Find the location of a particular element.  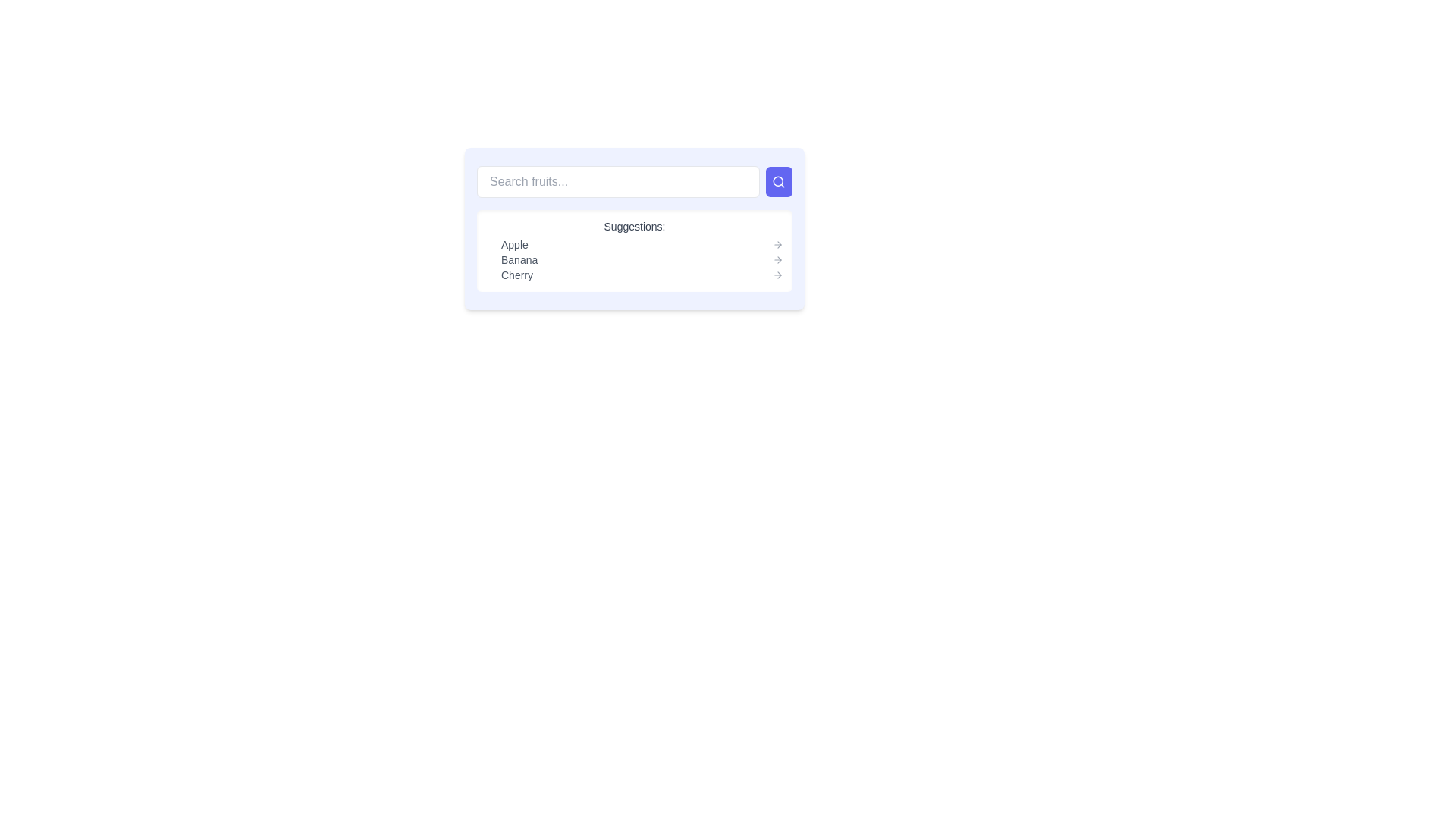

the arrow icon located to the far right of the text 'Banana' in the suggestion list is located at coordinates (778, 259).